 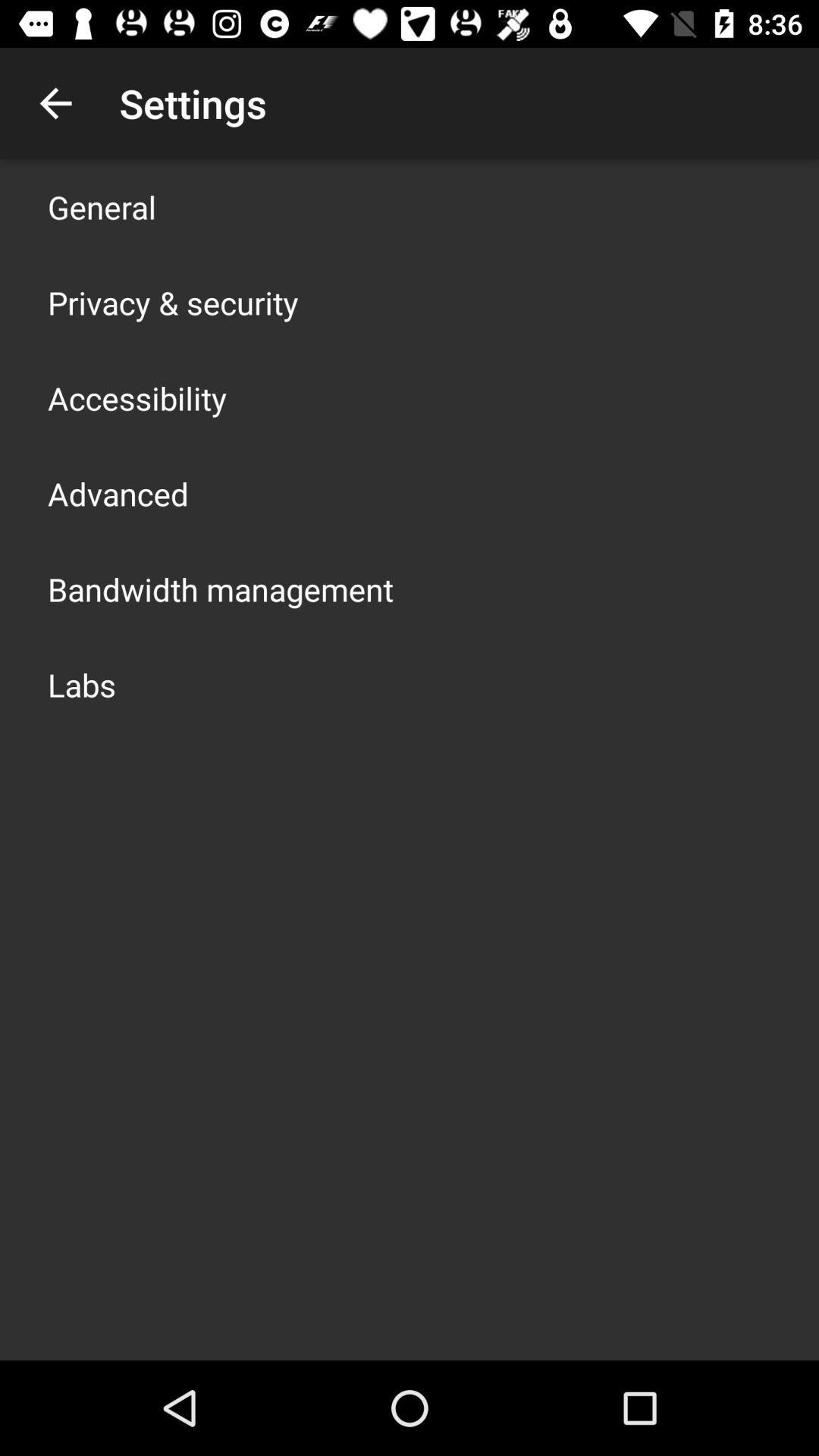 I want to click on labs item, so click(x=82, y=683).